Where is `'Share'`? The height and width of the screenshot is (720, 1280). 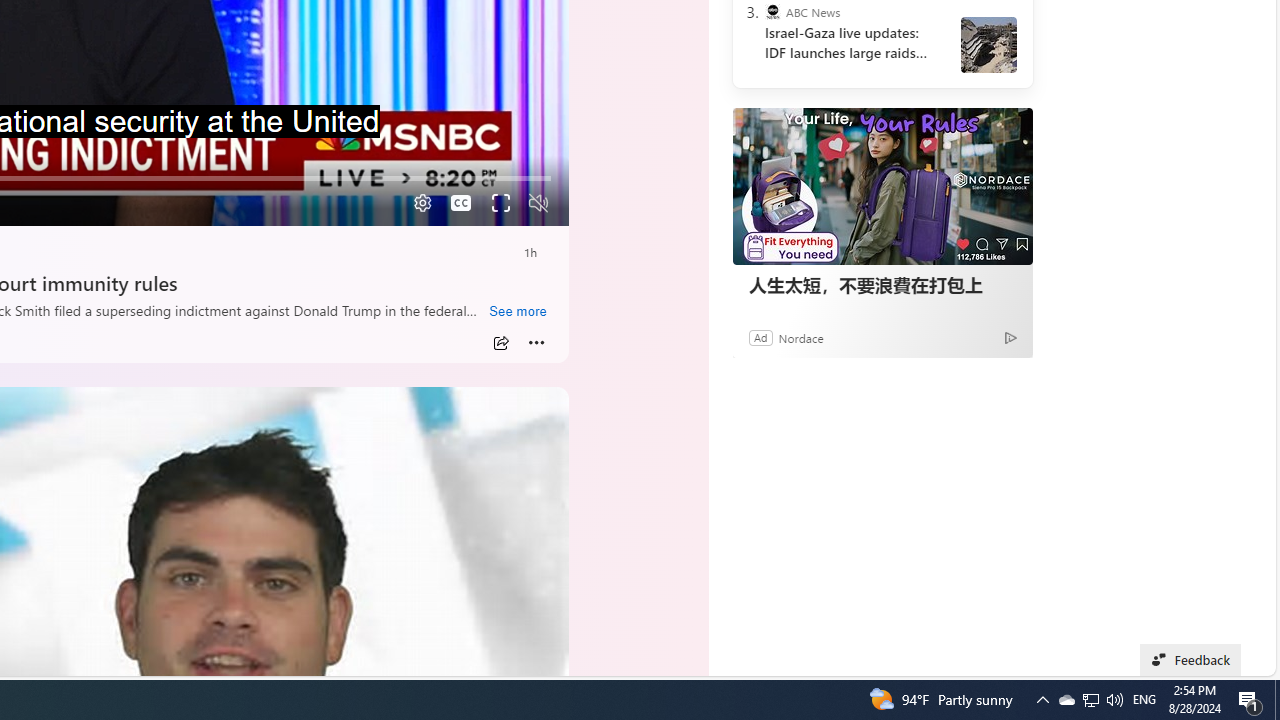
'Share' is located at coordinates (501, 342).